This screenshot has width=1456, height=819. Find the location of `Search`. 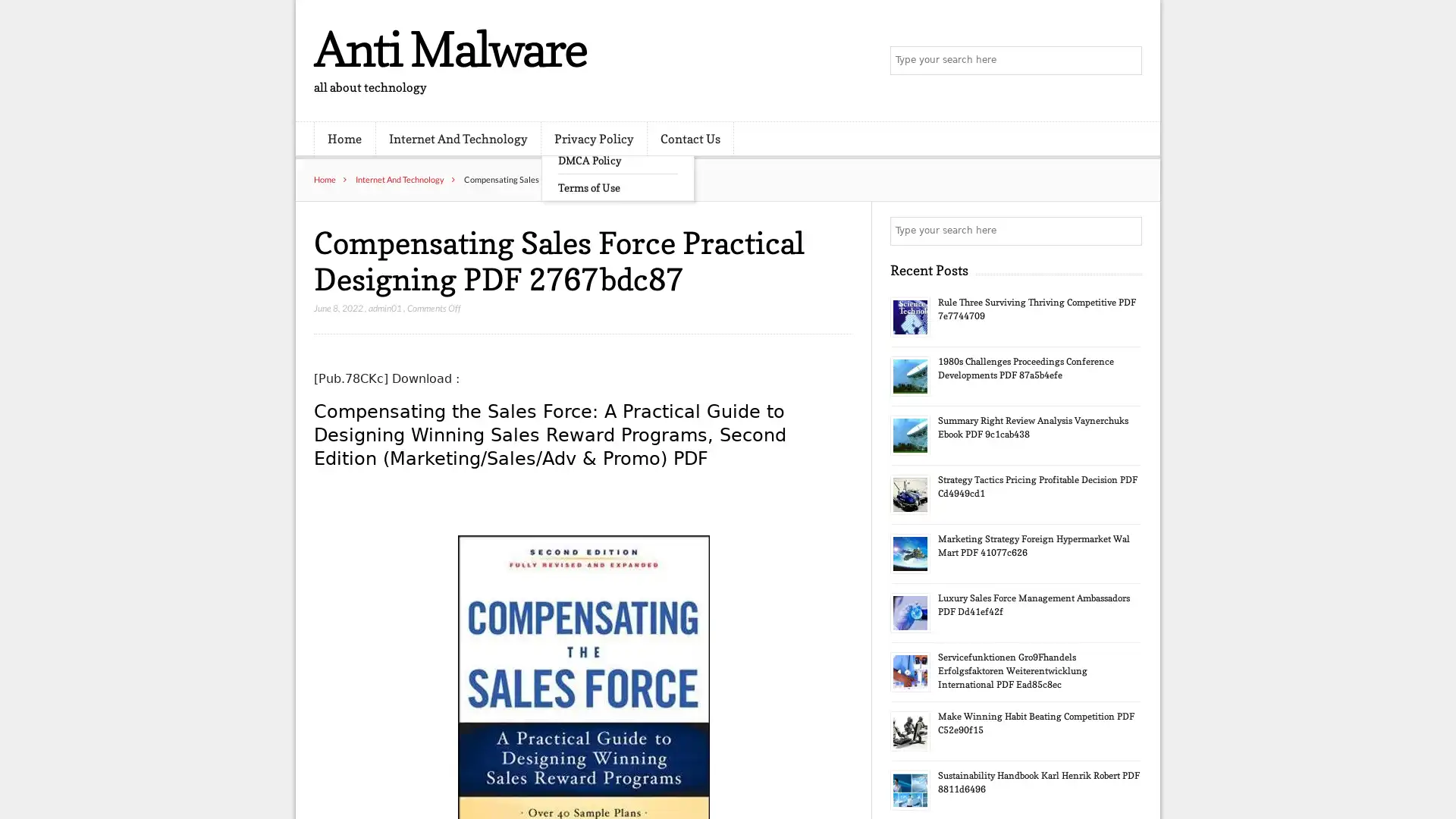

Search is located at coordinates (1126, 61).